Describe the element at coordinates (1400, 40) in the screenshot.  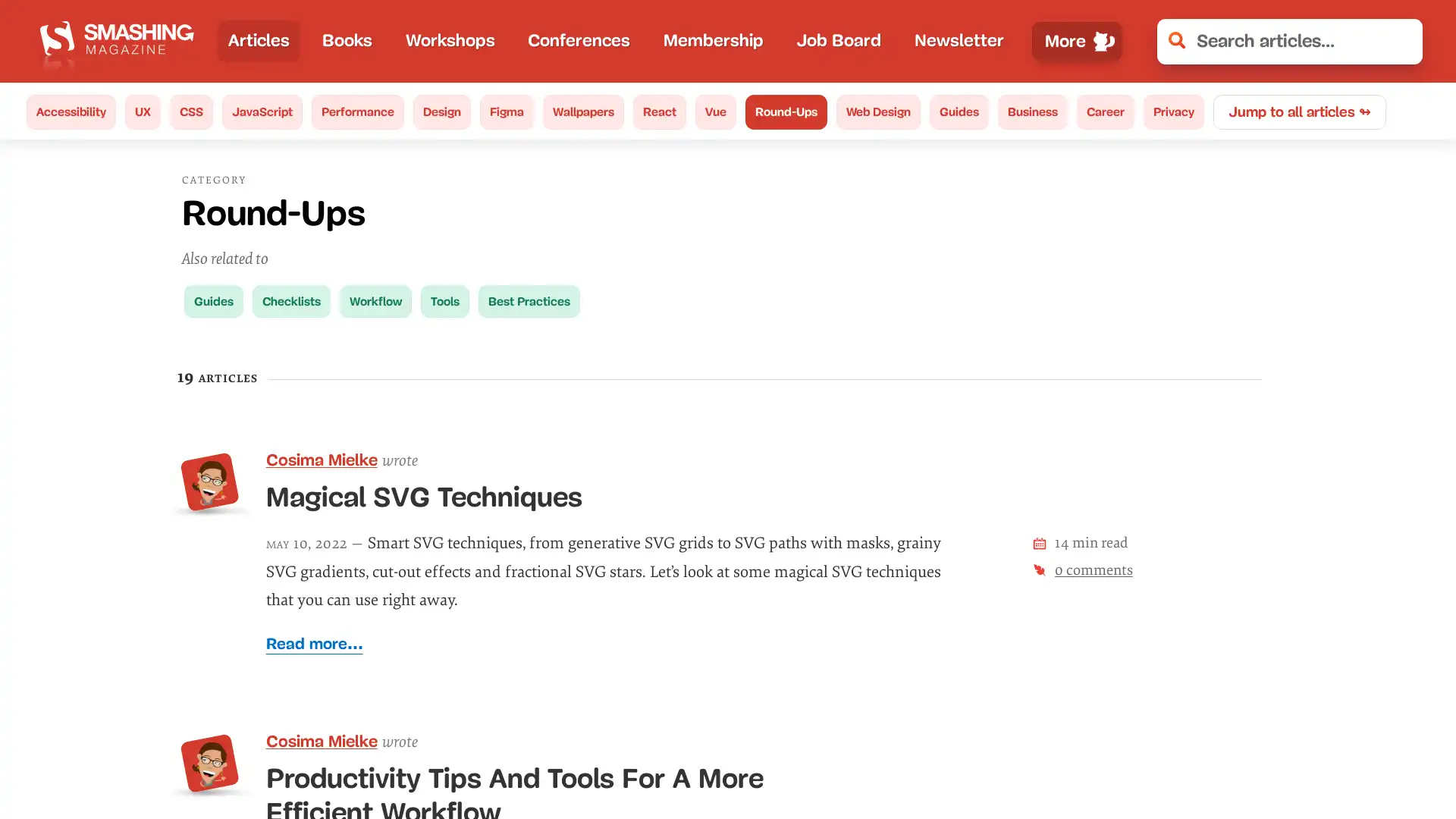
I see `Clear Search` at that location.